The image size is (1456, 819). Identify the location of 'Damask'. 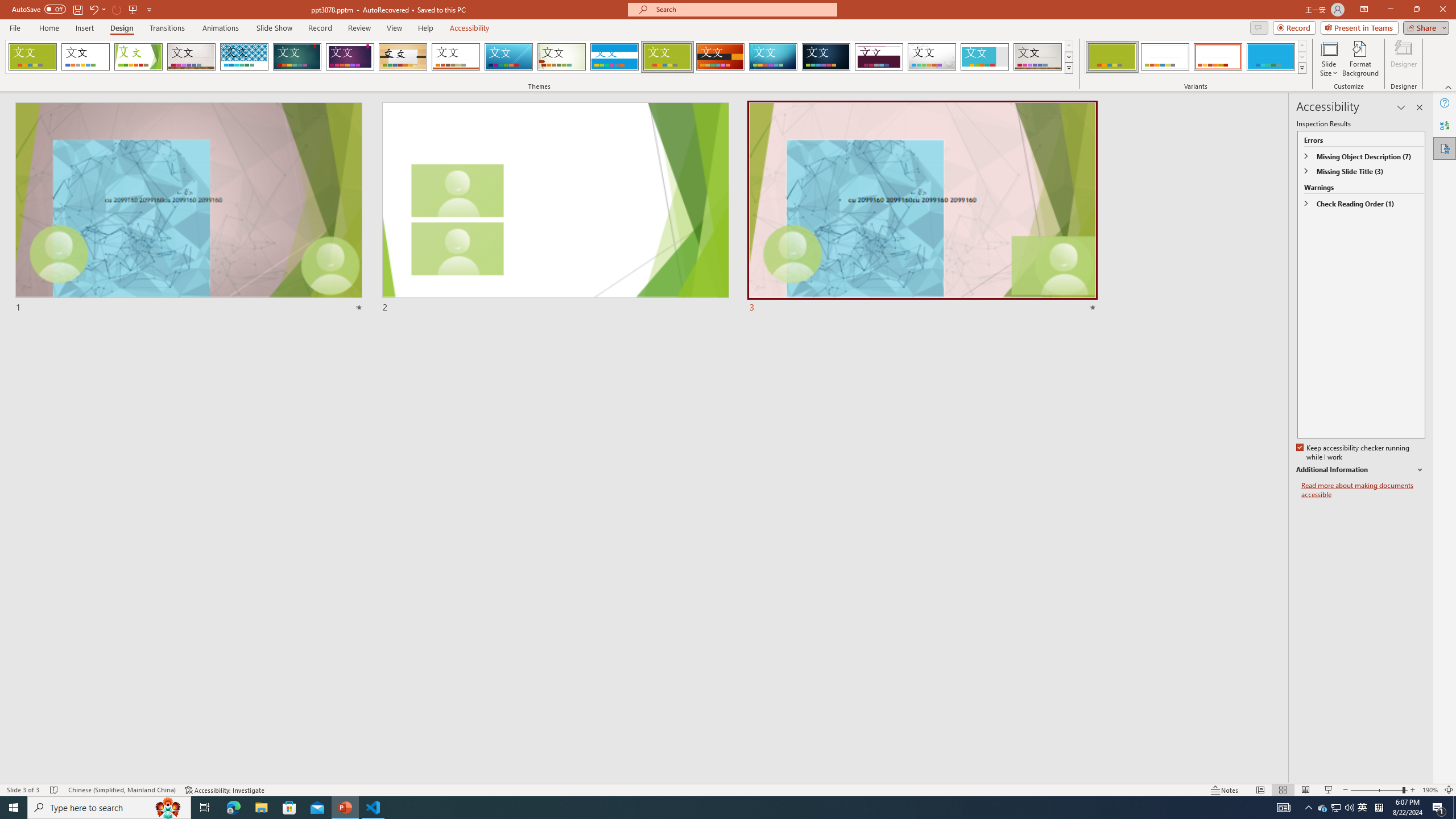
(825, 56).